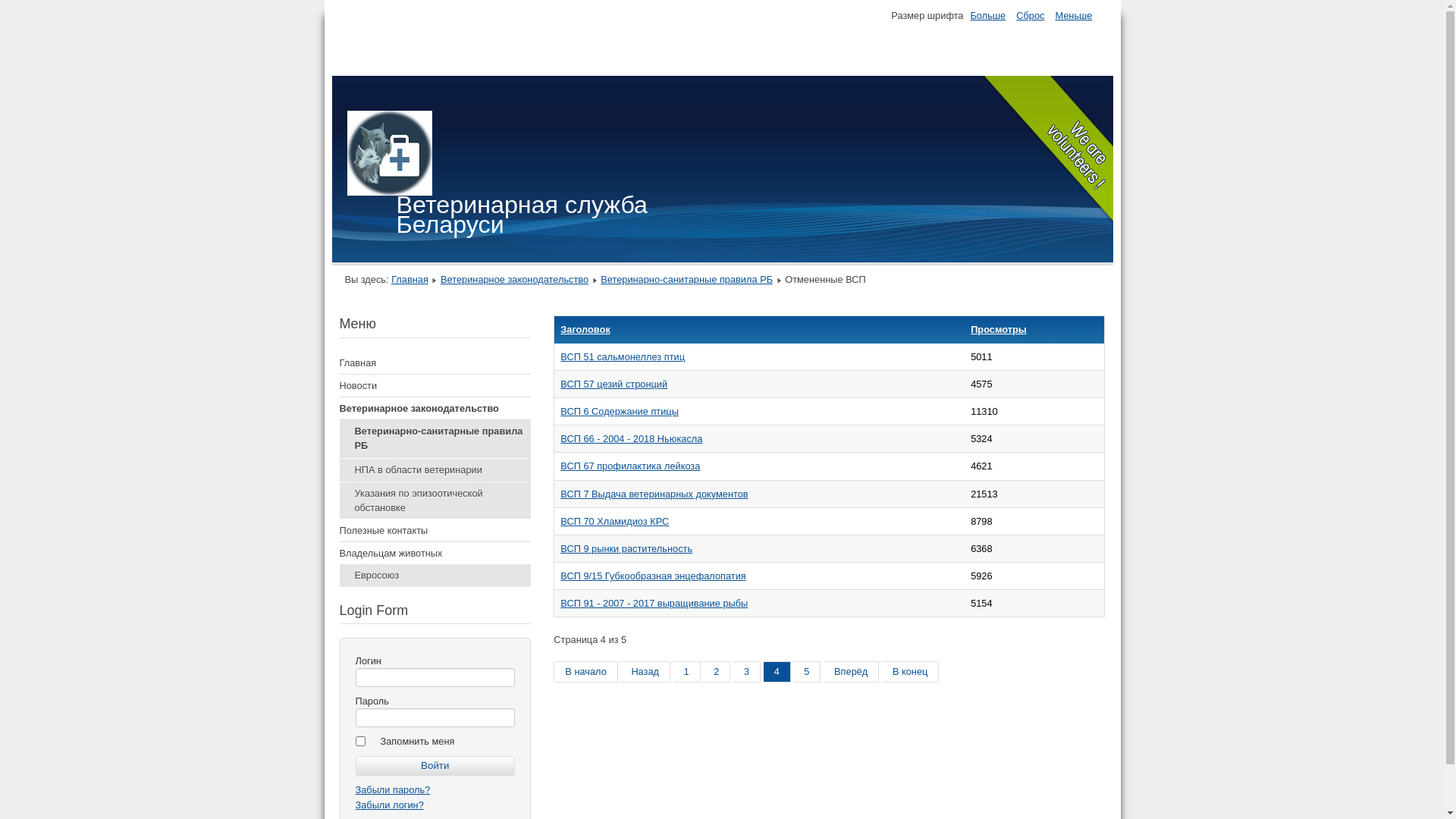  What do you see at coordinates (716, 671) in the screenshot?
I see `'2'` at bounding box center [716, 671].